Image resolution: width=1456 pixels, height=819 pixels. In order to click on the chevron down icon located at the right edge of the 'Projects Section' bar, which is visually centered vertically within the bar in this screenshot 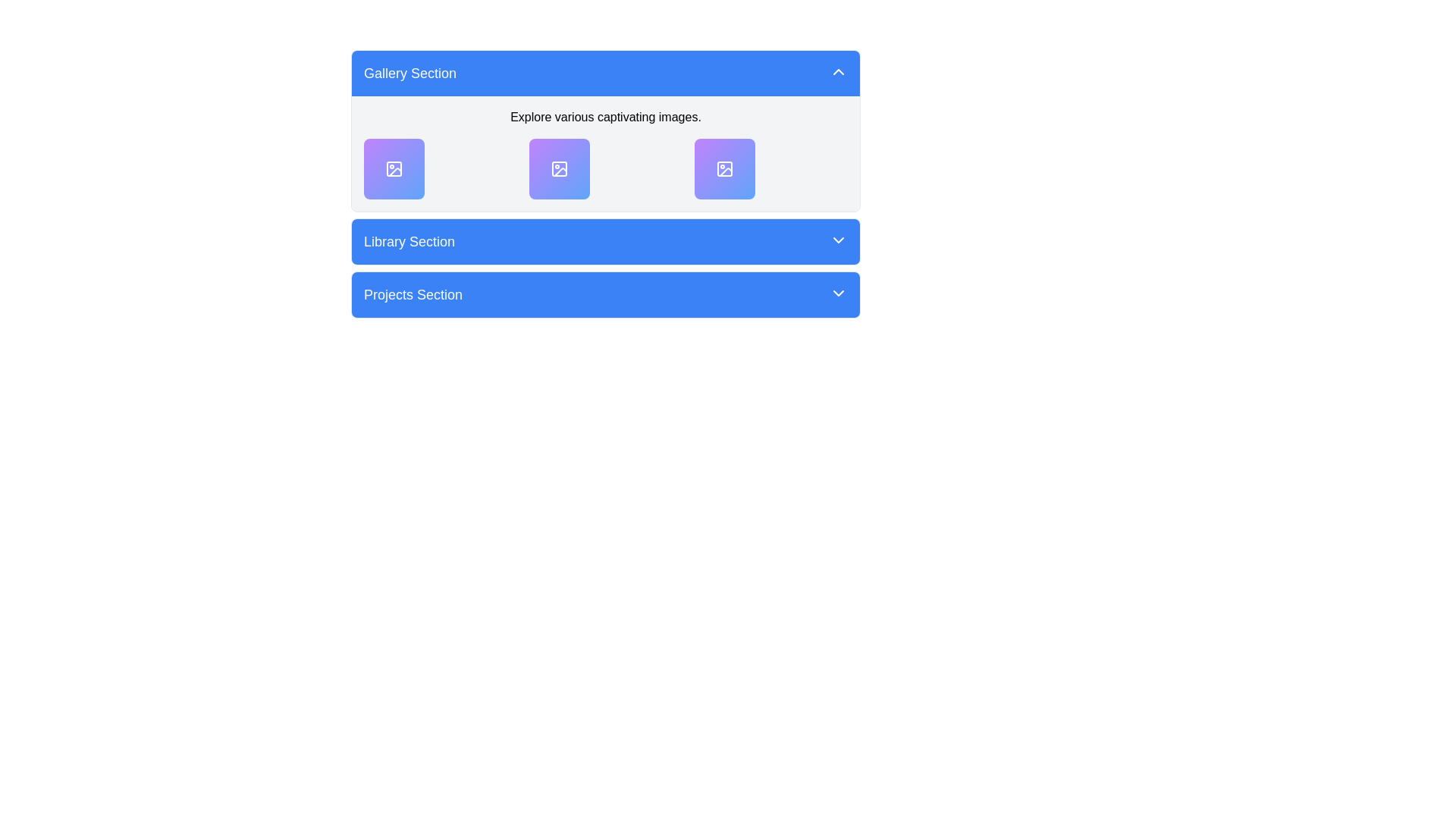, I will do `click(837, 293)`.